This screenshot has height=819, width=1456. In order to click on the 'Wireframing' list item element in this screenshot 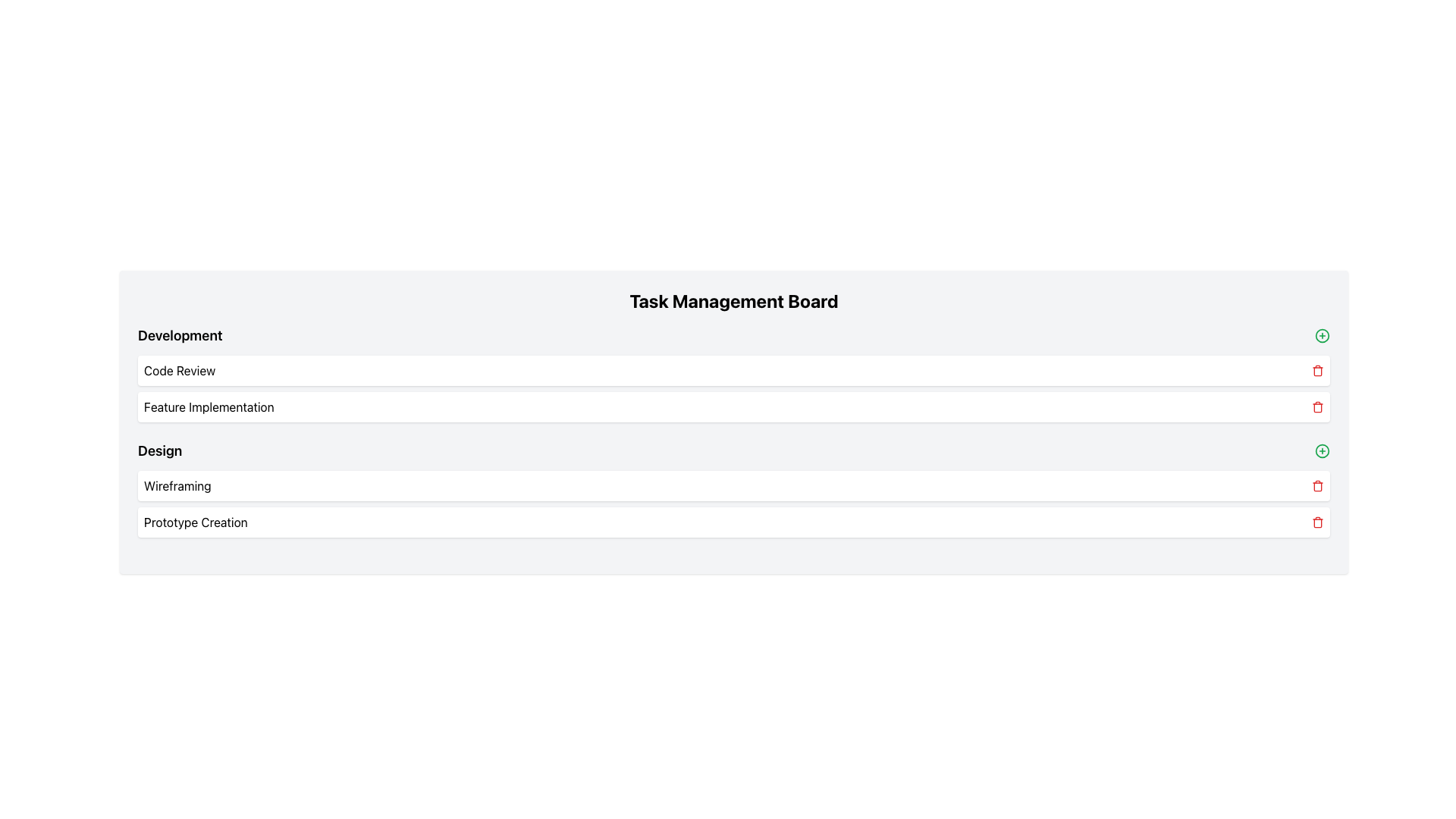, I will do `click(734, 485)`.